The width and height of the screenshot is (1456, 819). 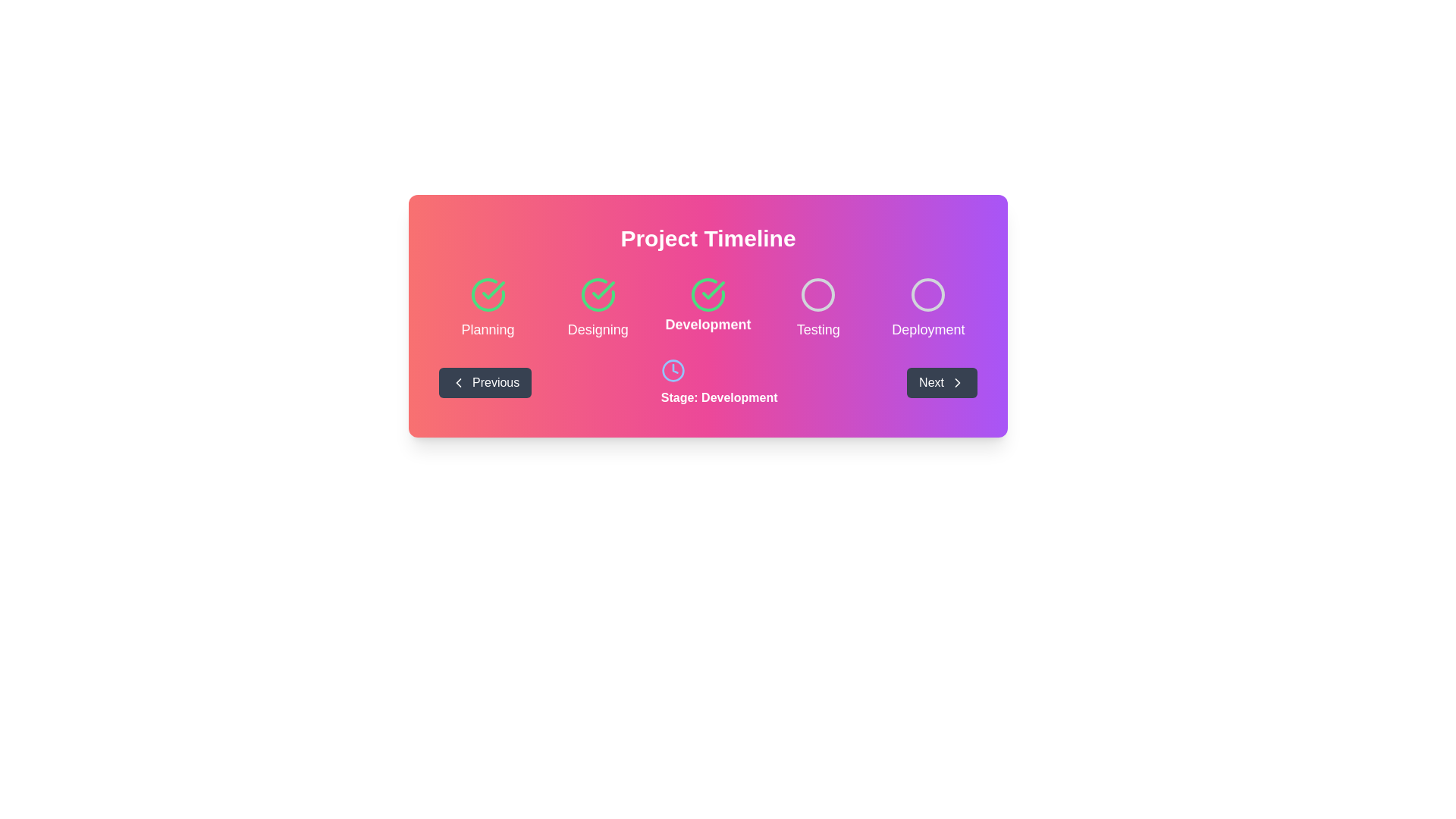 I want to click on the graphical icon component within the SVG that indicates the state of completion for the 'Planning' stage, so click(x=488, y=295).